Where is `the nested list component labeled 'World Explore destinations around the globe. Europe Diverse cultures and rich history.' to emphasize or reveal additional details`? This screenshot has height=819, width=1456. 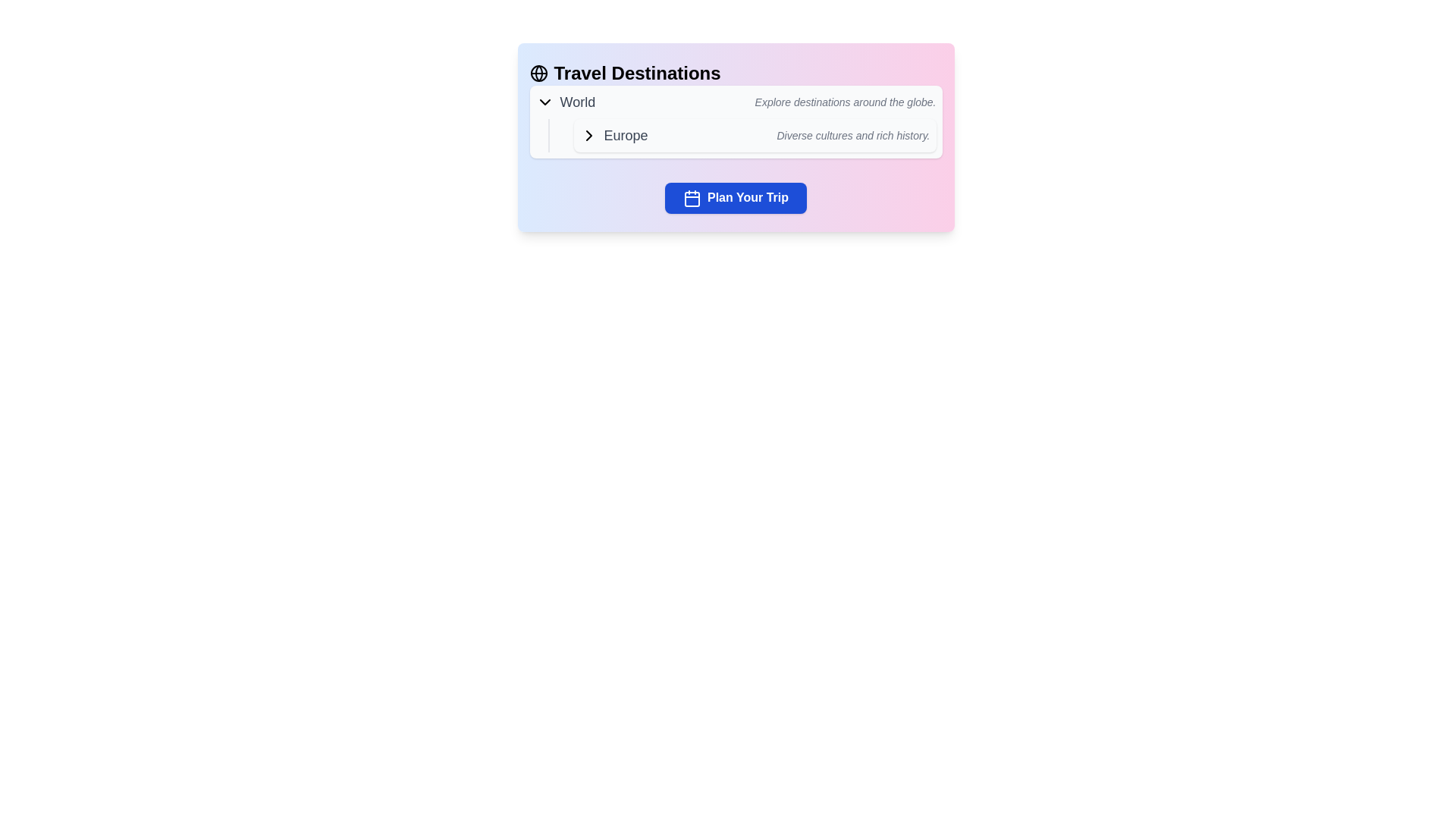 the nested list component labeled 'World Explore destinations around the globe. Europe Diverse cultures and rich history.' to emphasize or reveal additional details is located at coordinates (736, 121).